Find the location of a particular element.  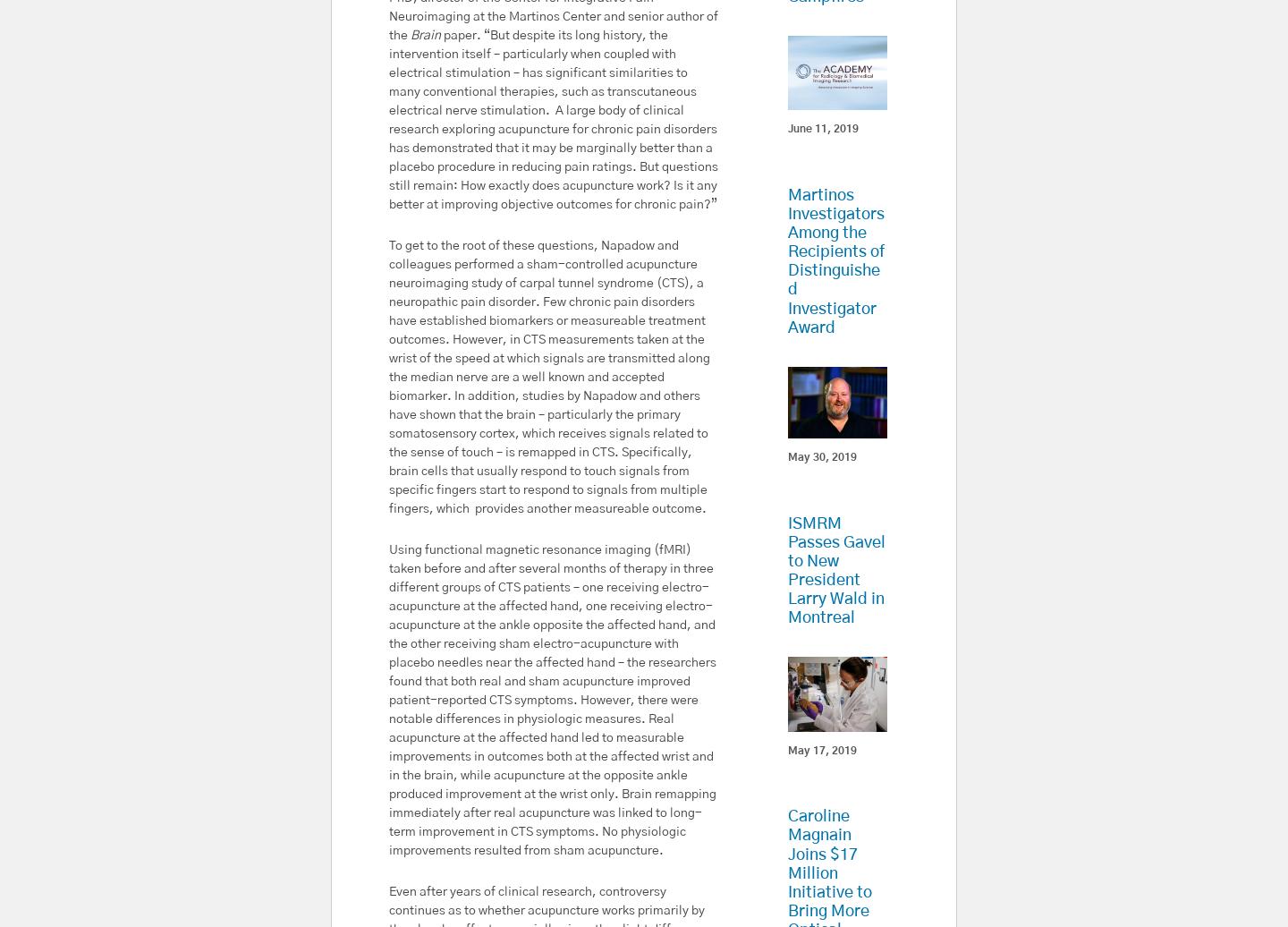

'To get to the root of these questions, Napadow and colleagues performed a sham-controlled acupuncture neuroimaging study of carpal tunnel syndrome (CTS), a neuropathic pain disorder. Few chronic pain disorders have established biomarkers or measureable treatment outcomes. However, in CTS measurements taken at the wrist of the speed at which signals are transmitted along the median nerve are a well known and accepted biomarker. In addition, studies by Napadow and others have shown that the brain – particularly the primary somatosensory cortex, which receives signals related to the sense of touch – is remapped in CTS. Specifically, brain cells that usually respond to touch signals from specific fingers start to respond to signals from multiple fingers, which  provides another measureable outcome.' is located at coordinates (548, 377).